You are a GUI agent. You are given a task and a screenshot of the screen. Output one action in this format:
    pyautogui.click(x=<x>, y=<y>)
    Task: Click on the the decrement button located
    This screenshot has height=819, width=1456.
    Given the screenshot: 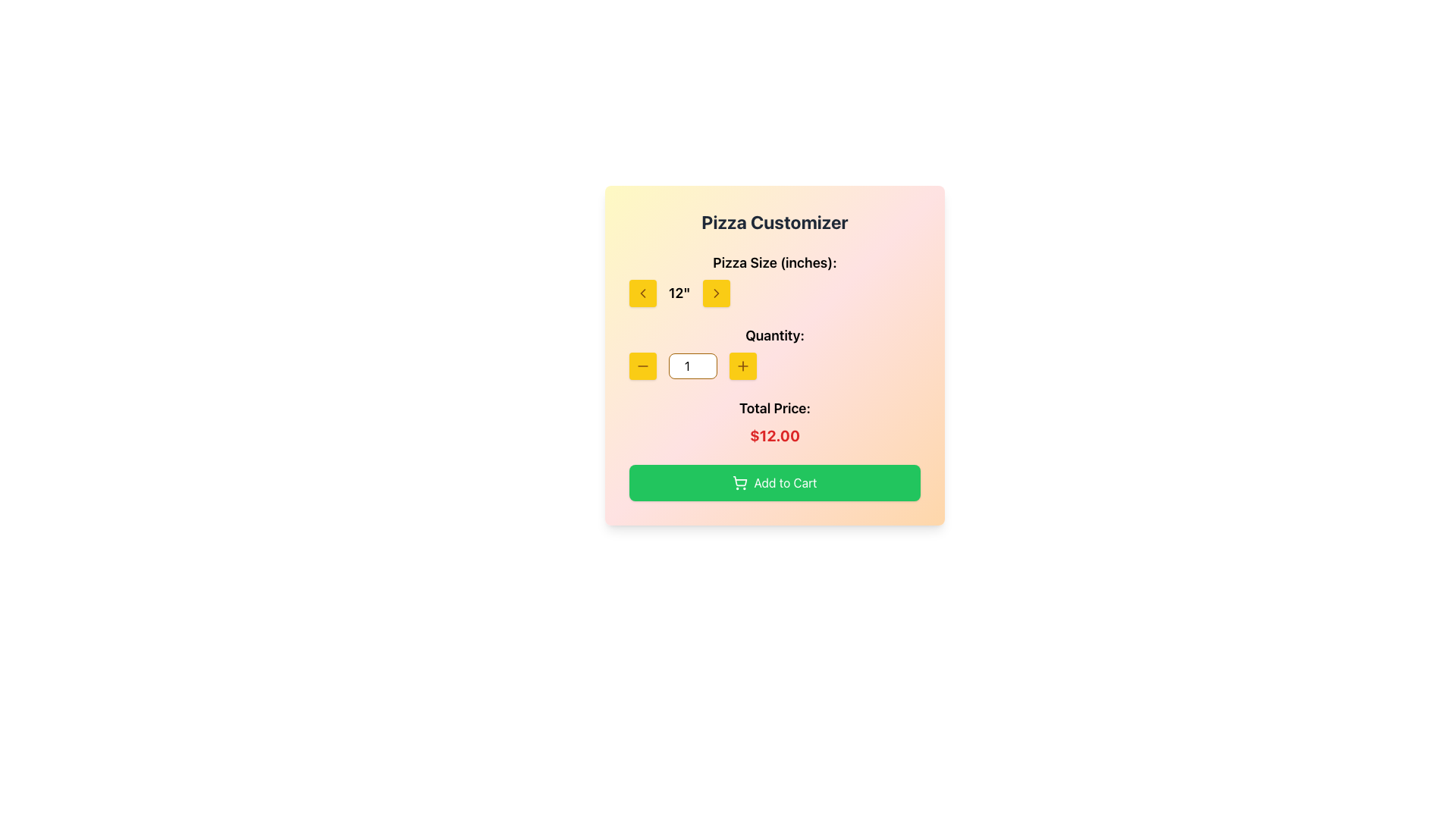 What is the action you would take?
    pyautogui.click(x=643, y=293)
    